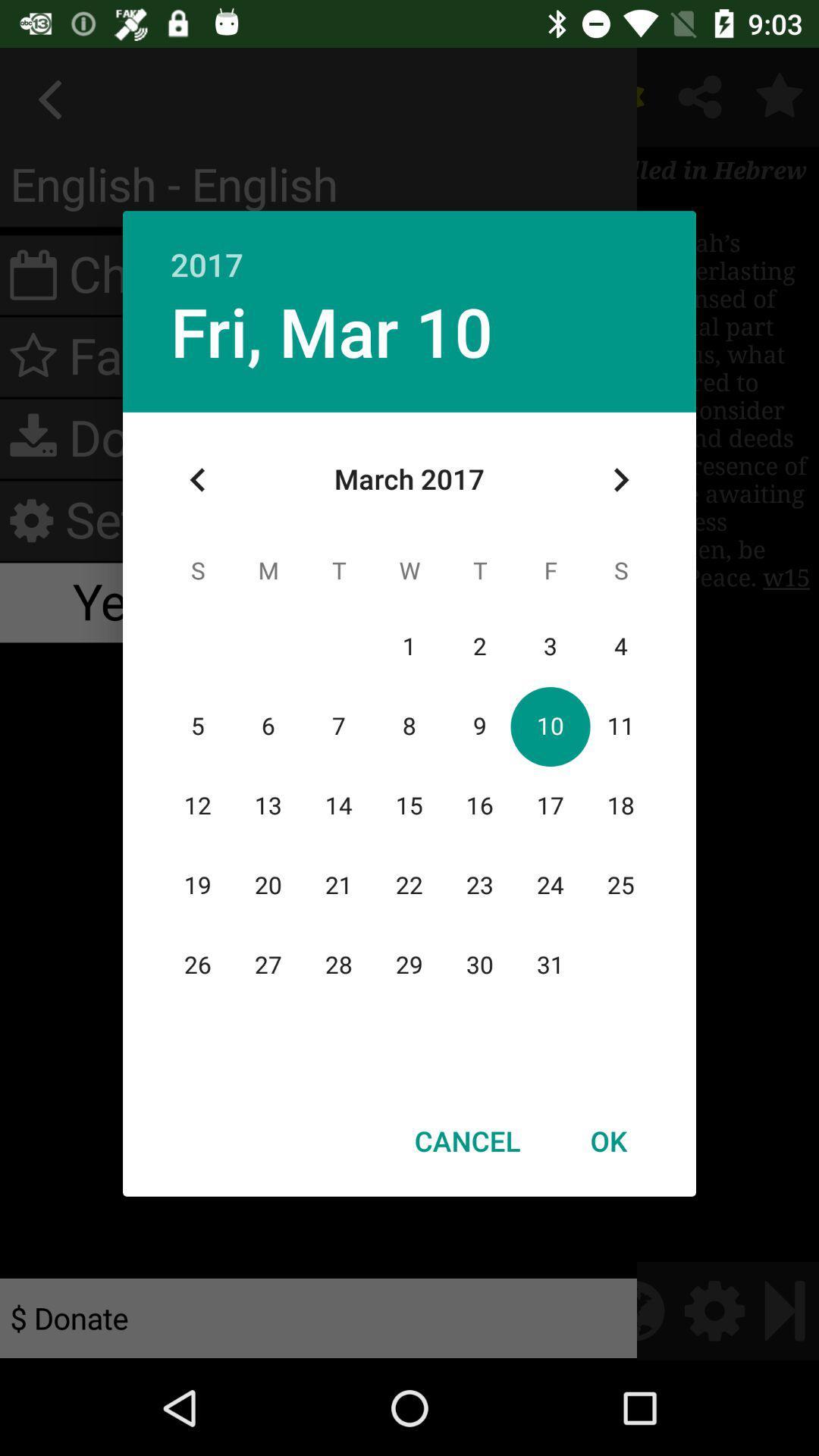 The width and height of the screenshot is (819, 1456). Describe the element at coordinates (197, 479) in the screenshot. I see `app below the fri, mar 10 item` at that location.